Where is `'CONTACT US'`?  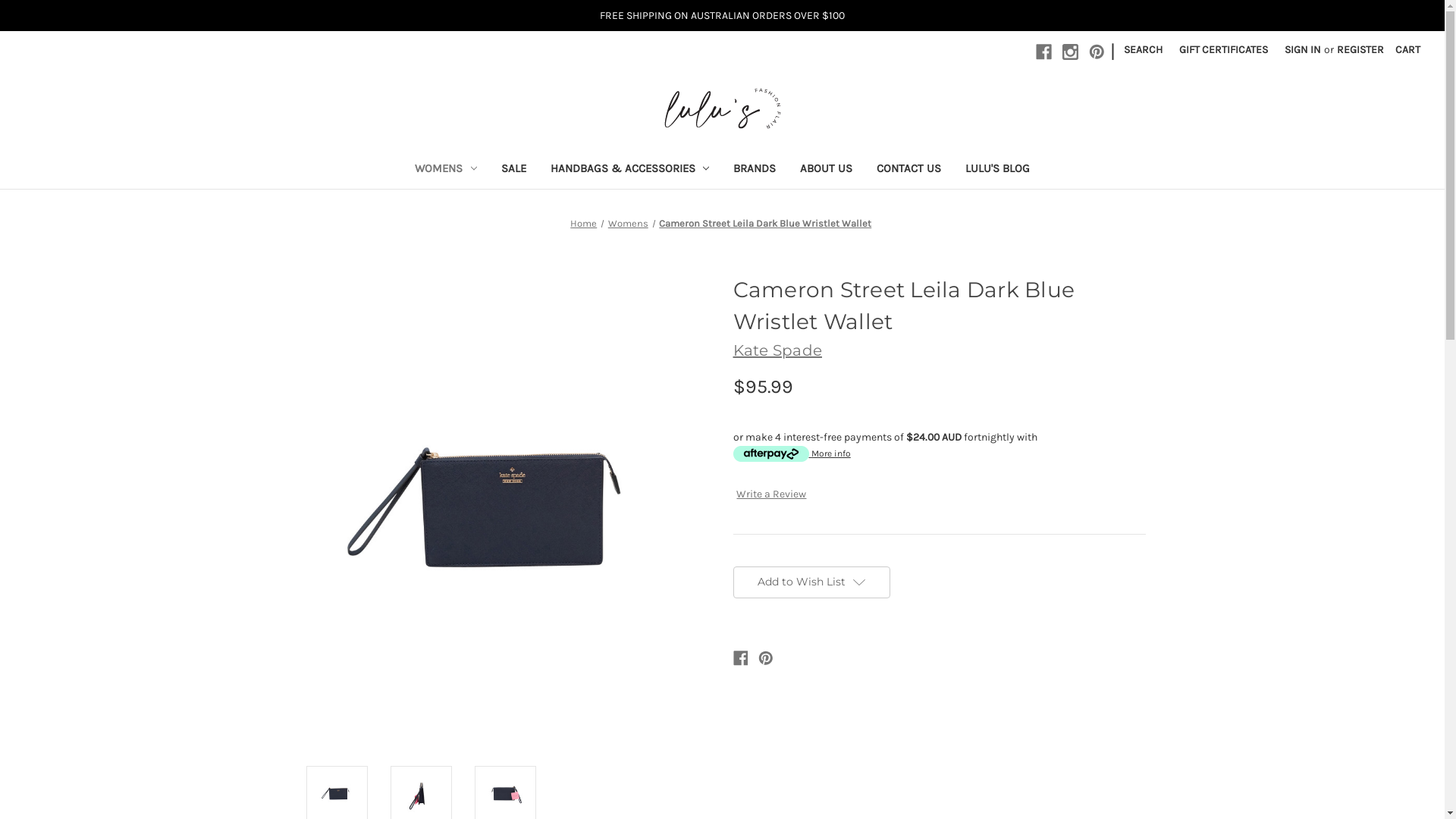 'CONTACT US' is located at coordinates (908, 170).